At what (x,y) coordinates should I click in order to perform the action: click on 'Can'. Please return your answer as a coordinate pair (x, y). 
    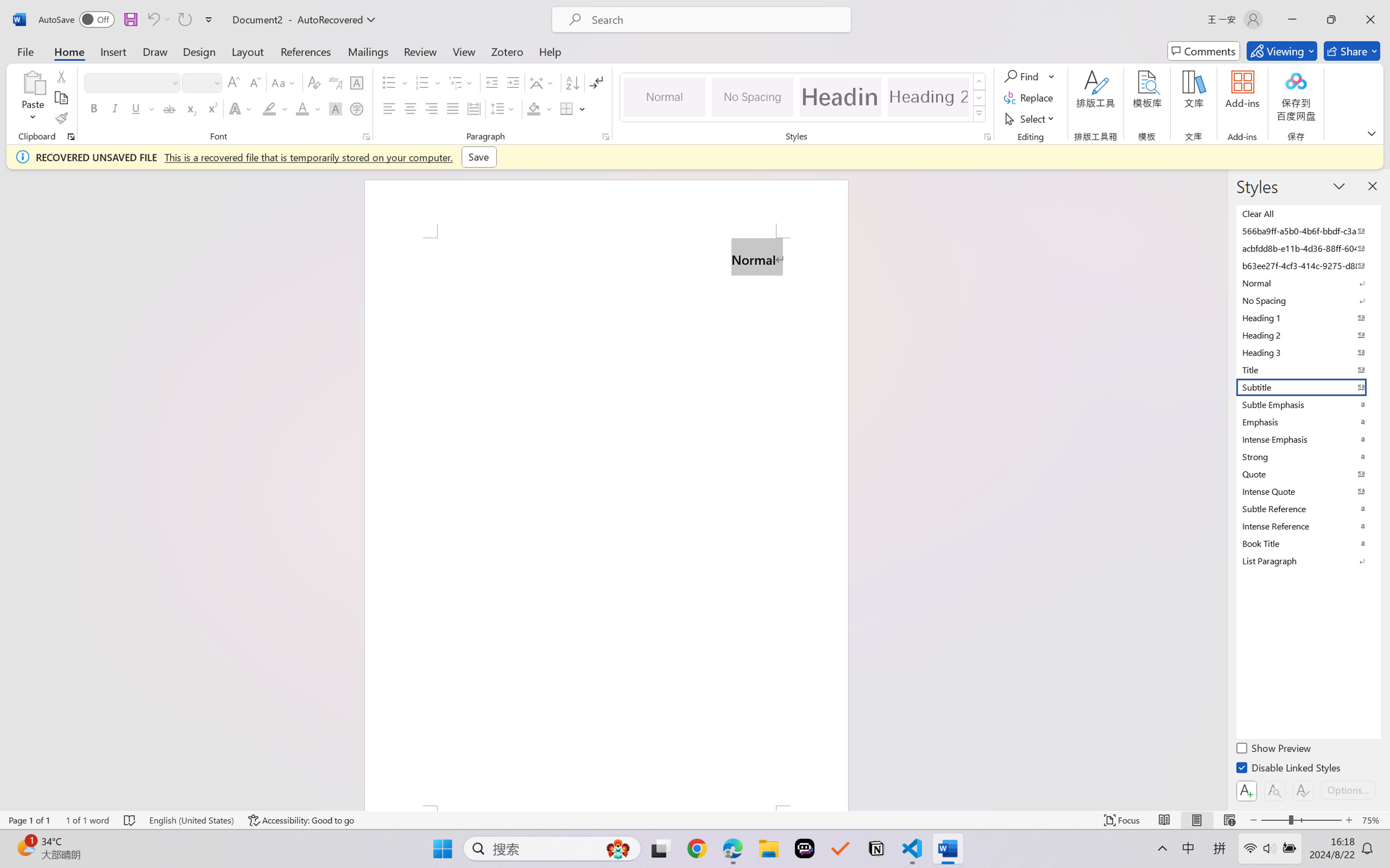
    Looking at the image, I should click on (152, 19).